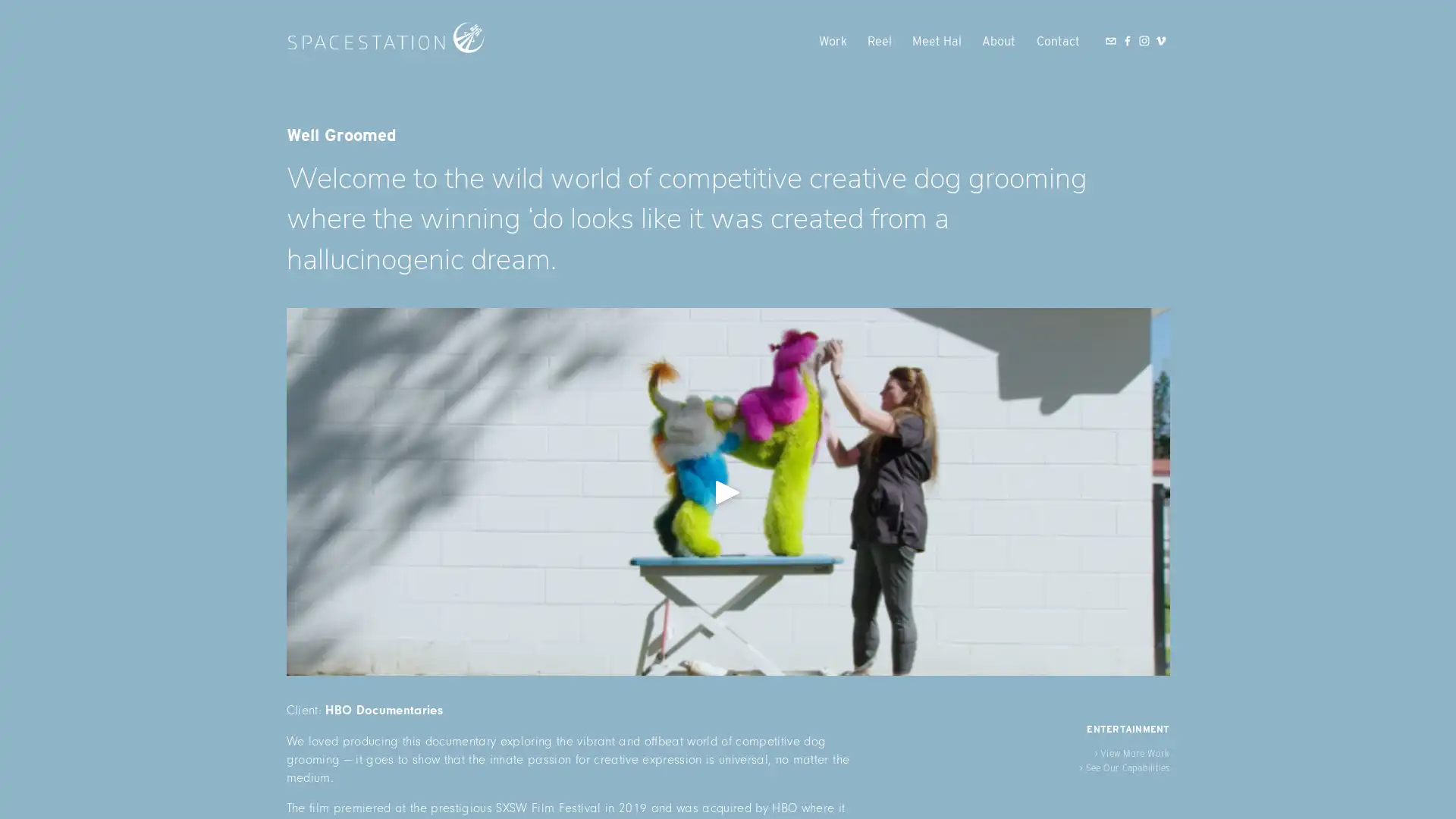  Describe the element at coordinates (726, 491) in the screenshot. I see `View fullsize` at that location.